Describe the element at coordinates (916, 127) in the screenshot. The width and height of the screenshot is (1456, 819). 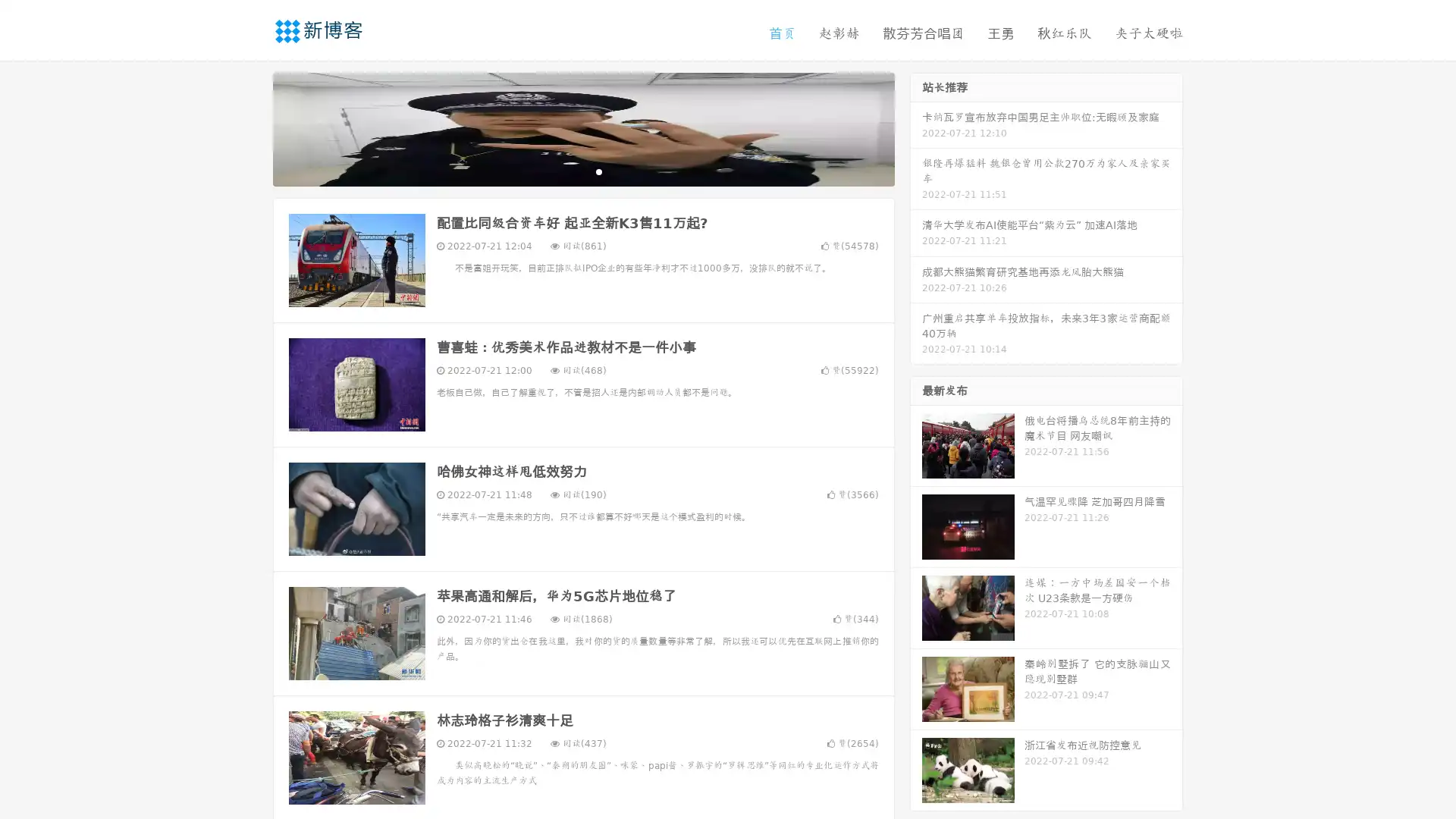
I see `Next slide` at that location.